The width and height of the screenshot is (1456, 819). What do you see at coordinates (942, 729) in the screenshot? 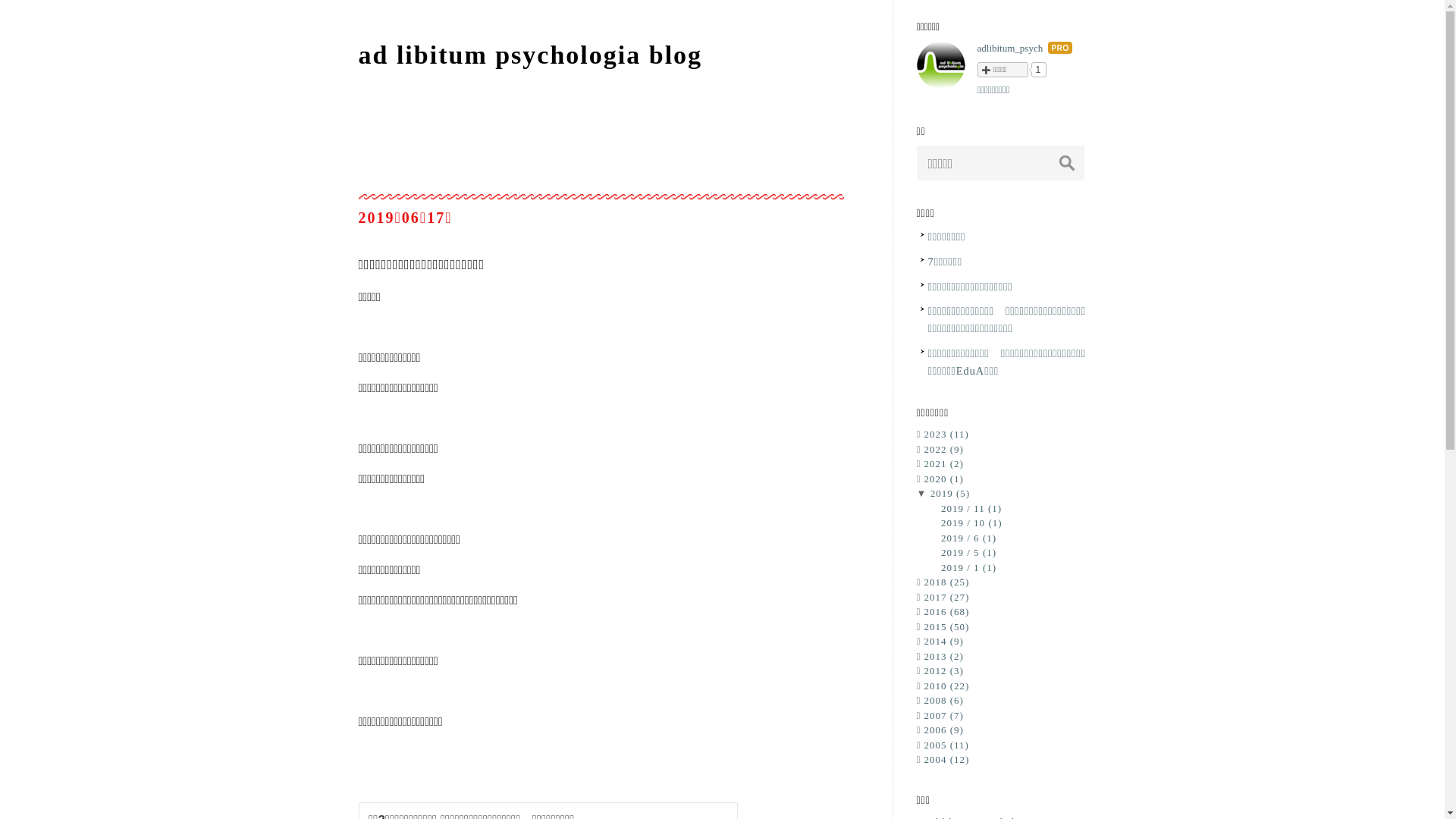
I see `'2006 (9)'` at bounding box center [942, 729].